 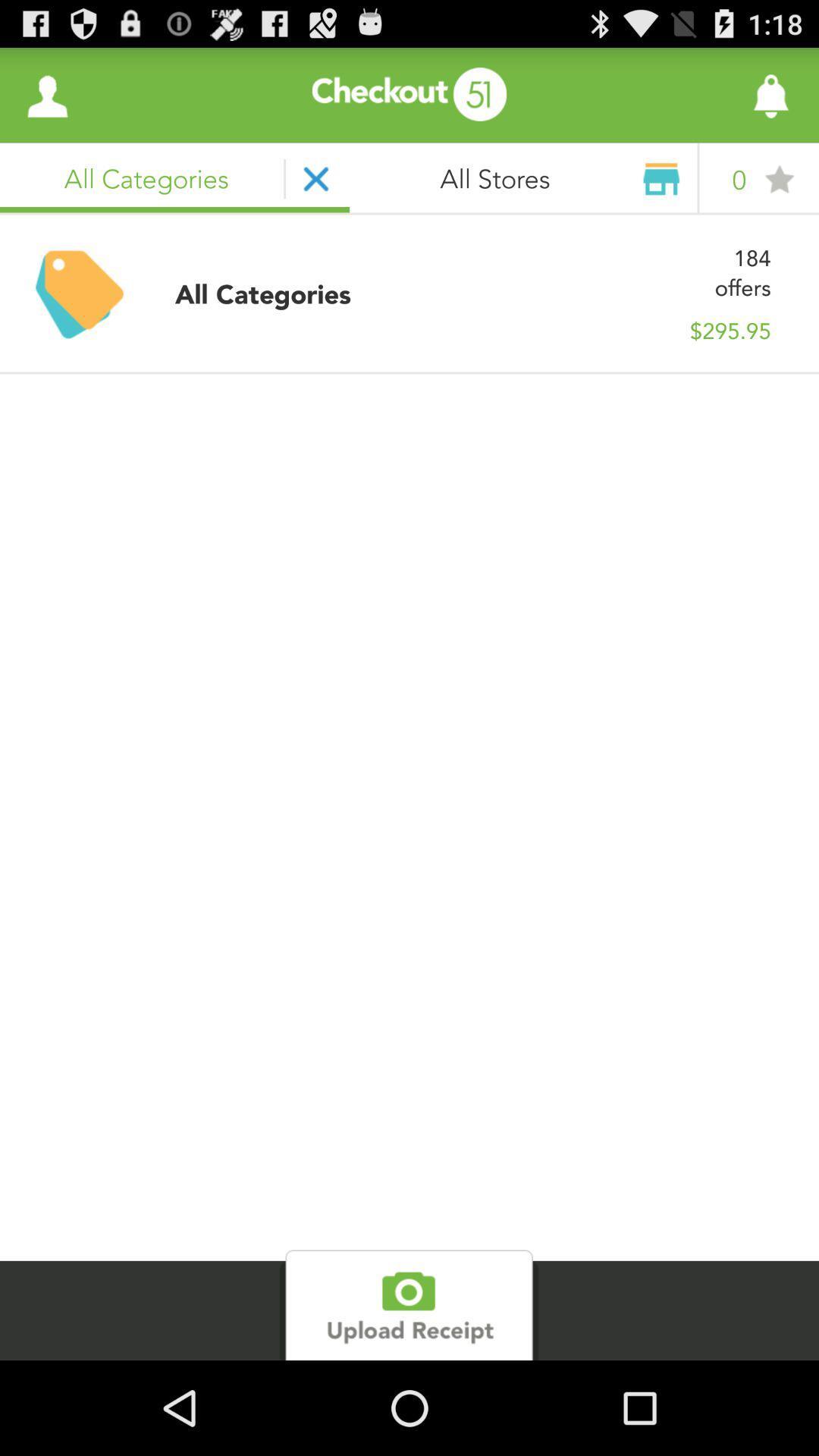 What do you see at coordinates (408, 1304) in the screenshot?
I see `the last option which is in the green color` at bounding box center [408, 1304].